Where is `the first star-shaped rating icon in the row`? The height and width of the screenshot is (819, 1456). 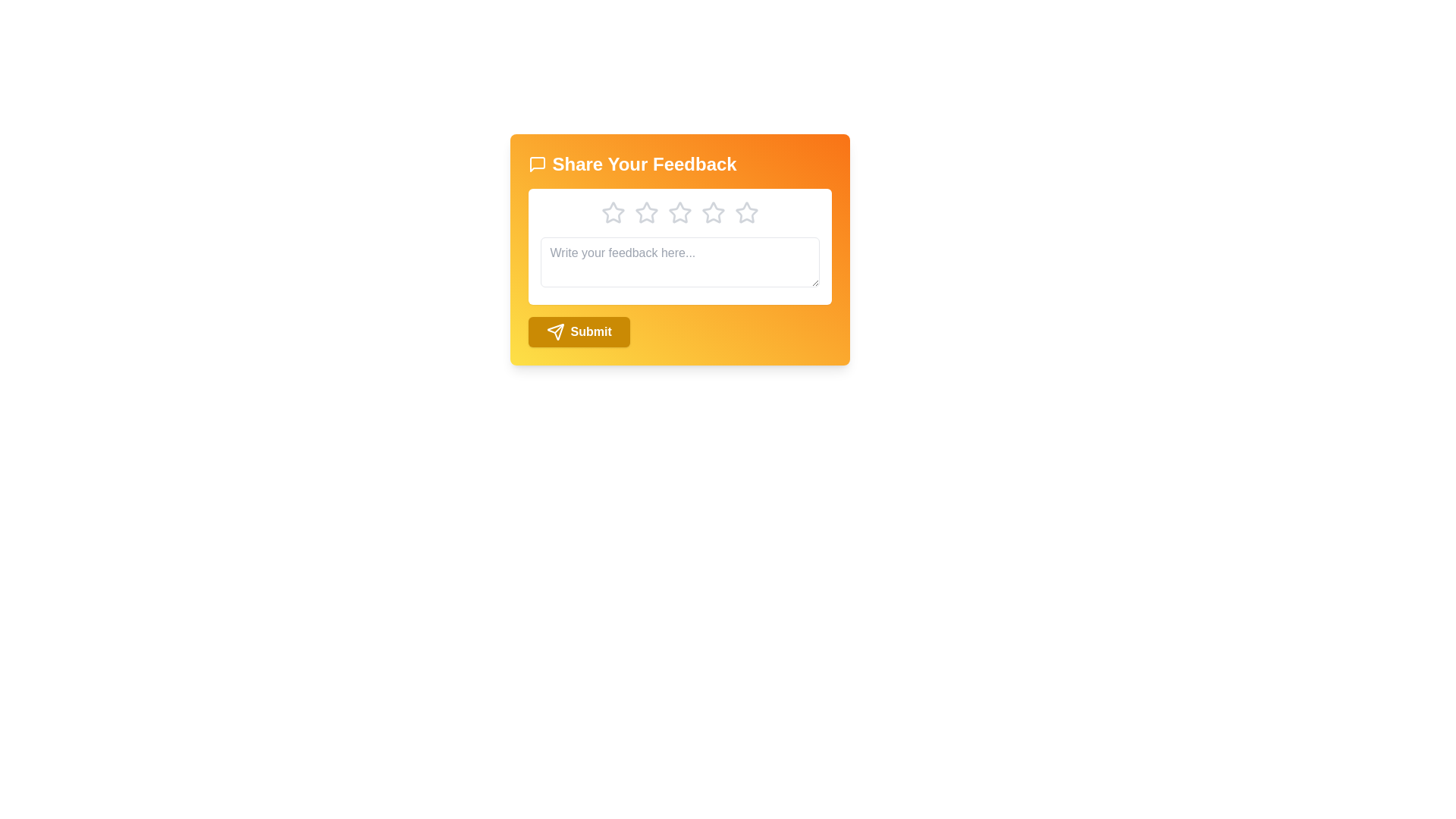 the first star-shaped rating icon in the row is located at coordinates (613, 212).